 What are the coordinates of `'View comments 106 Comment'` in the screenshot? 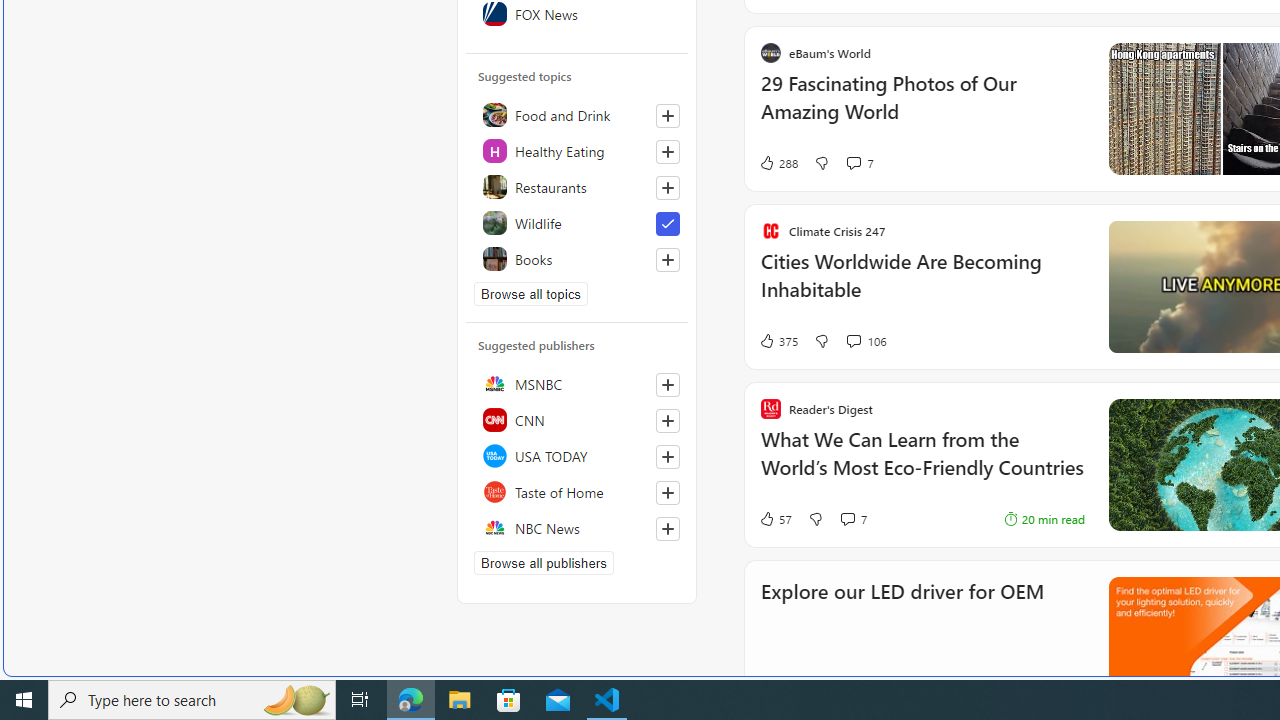 It's located at (865, 339).